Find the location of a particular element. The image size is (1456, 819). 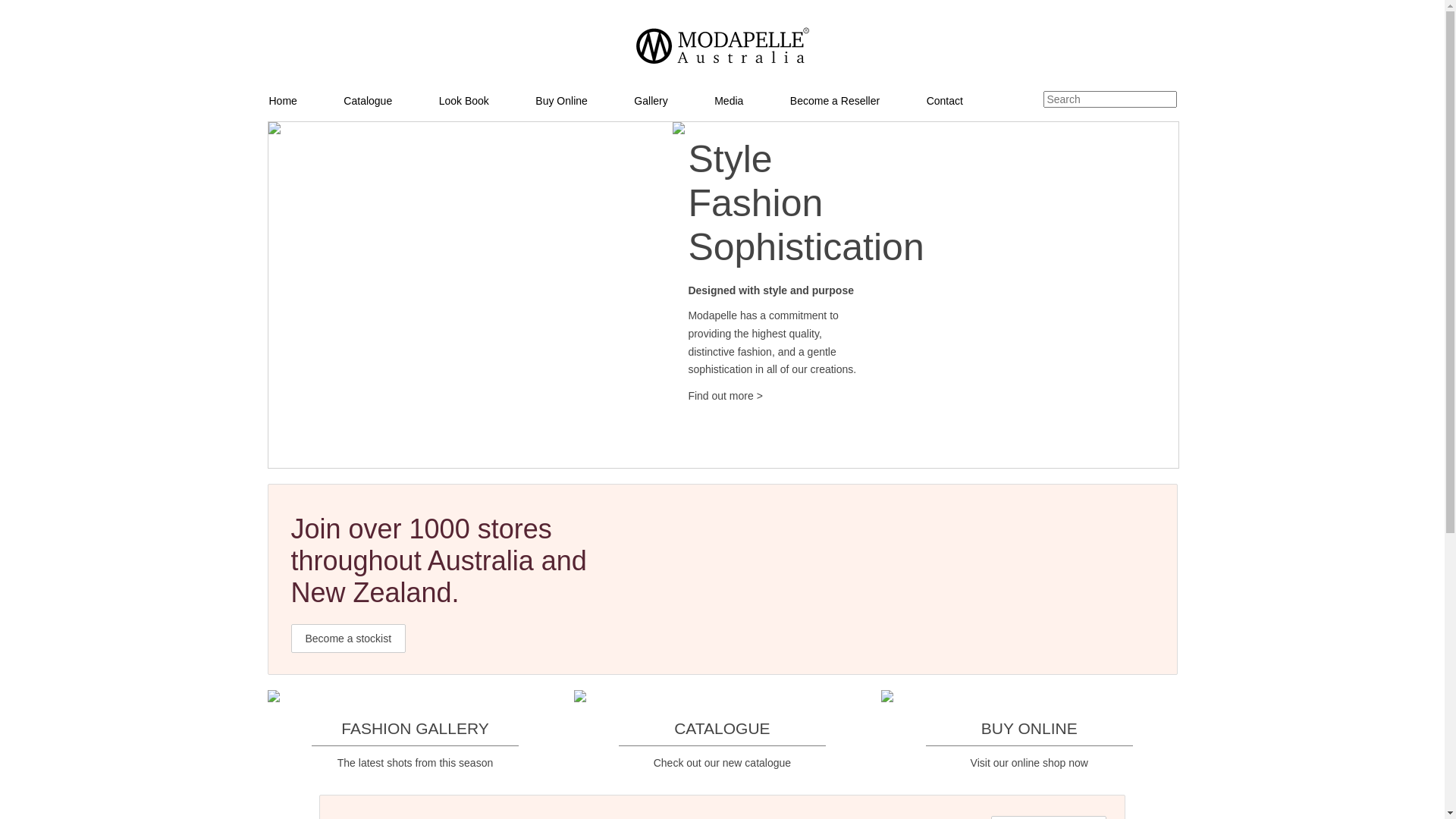

'Become a stockist' is located at coordinates (348, 638).